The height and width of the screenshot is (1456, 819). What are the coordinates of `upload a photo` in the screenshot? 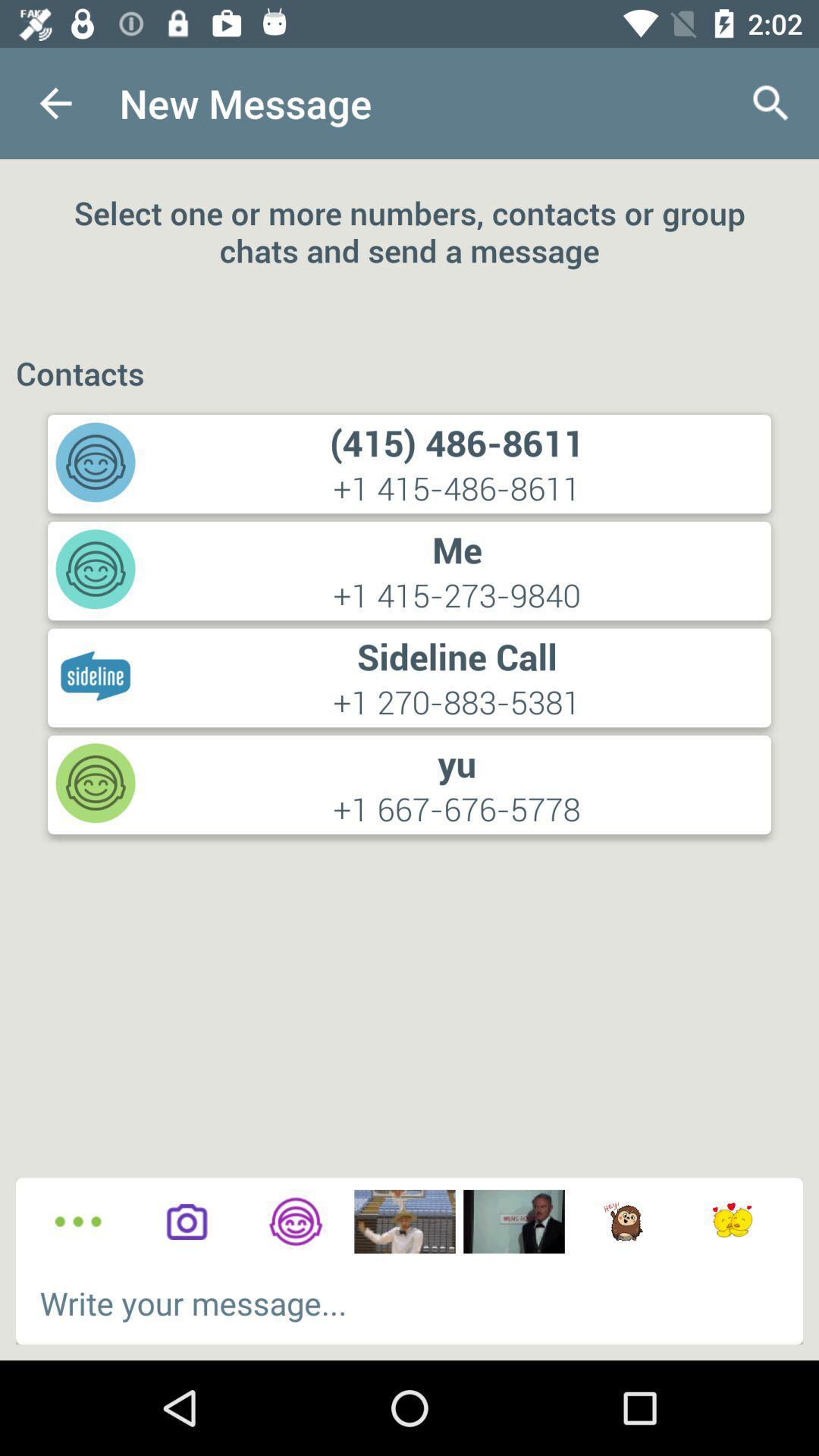 It's located at (186, 1222).